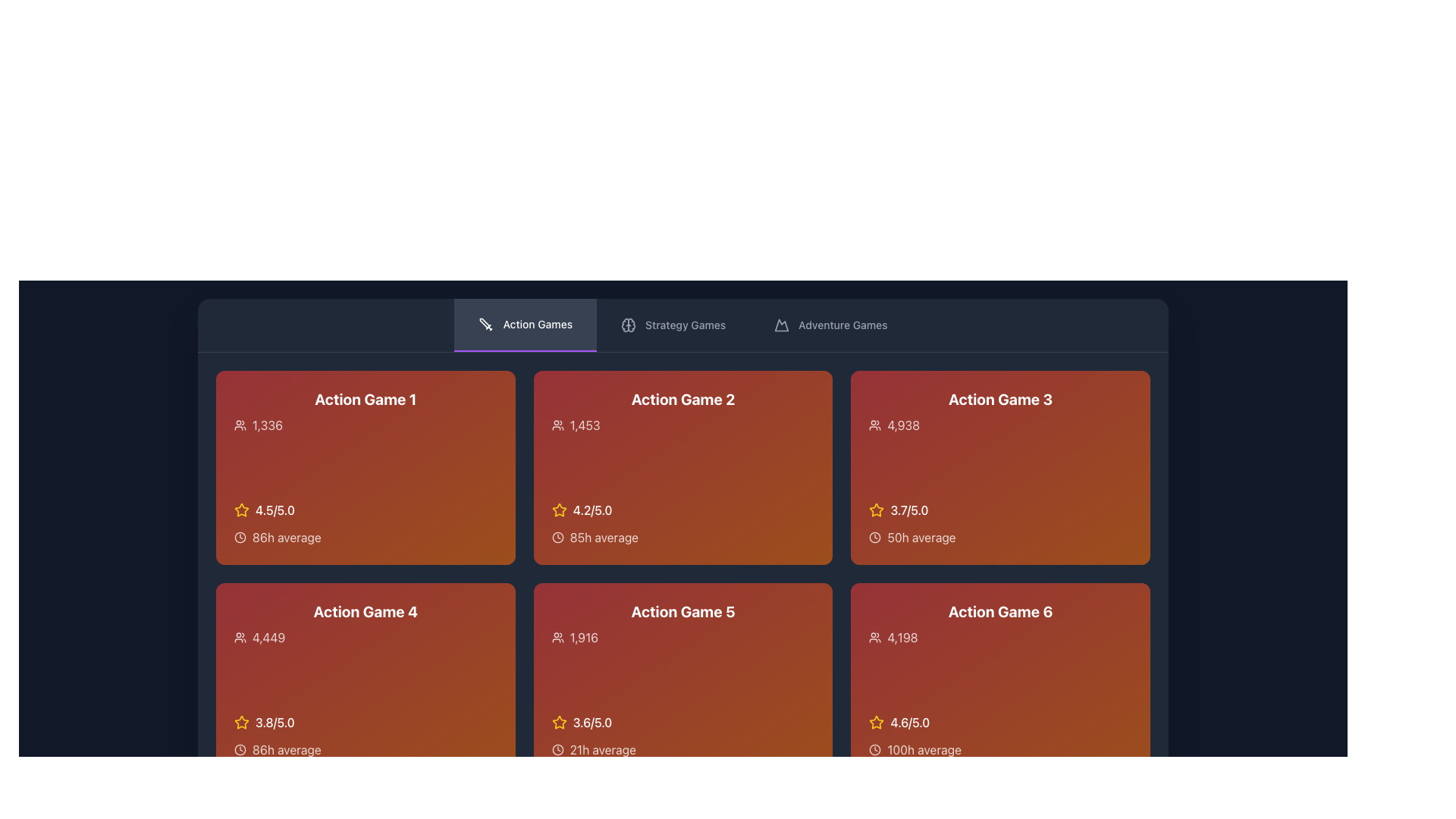 The height and width of the screenshot is (819, 1456). I want to click on outline of the SVG Circle Element that serves as the decorative component of the clock icon located in the bottom-right section of the interface, so click(875, 748).